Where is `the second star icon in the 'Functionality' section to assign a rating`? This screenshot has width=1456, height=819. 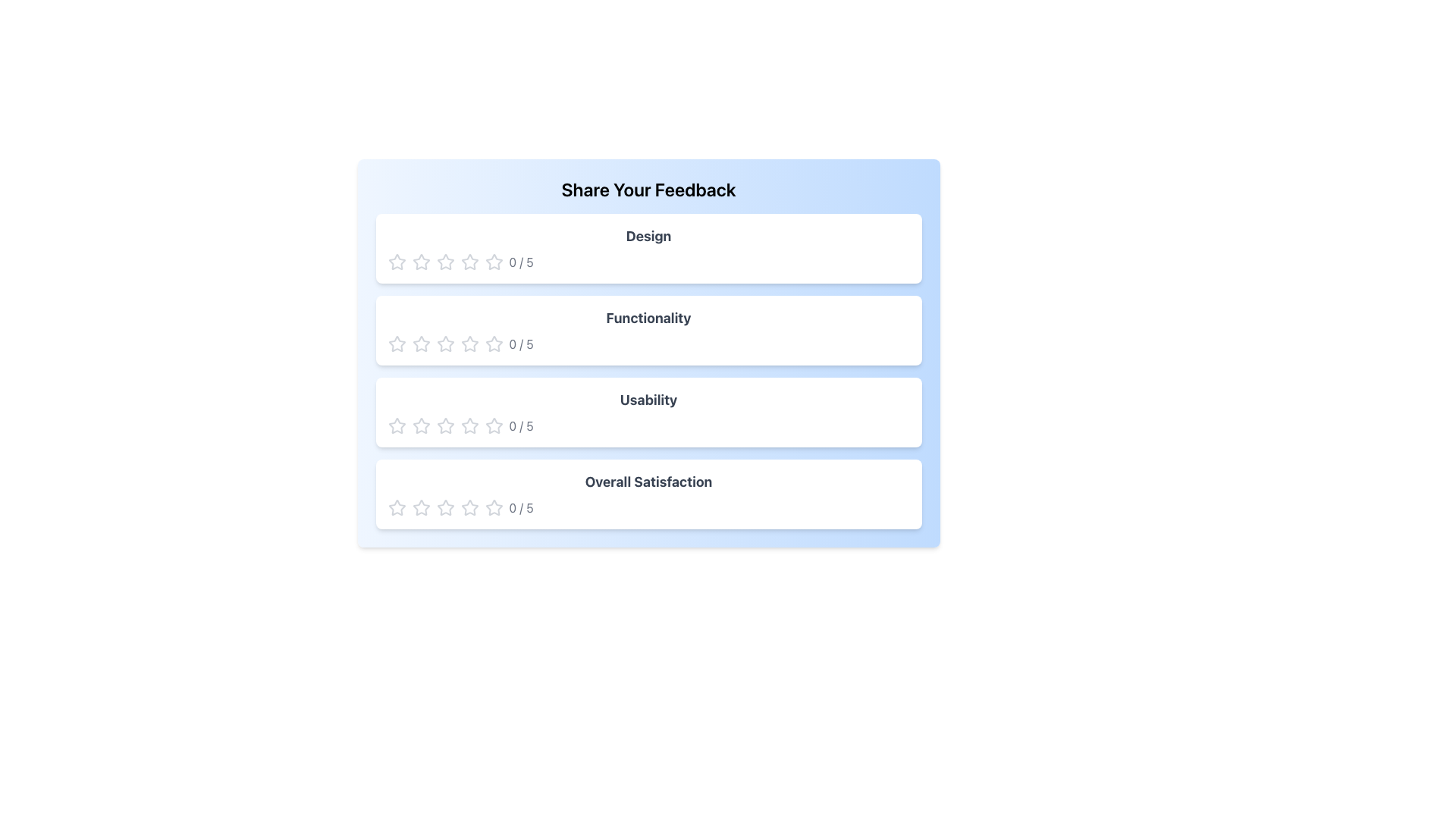
the second star icon in the 'Functionality' section to assign a rating is located at coordinates (469, 344).